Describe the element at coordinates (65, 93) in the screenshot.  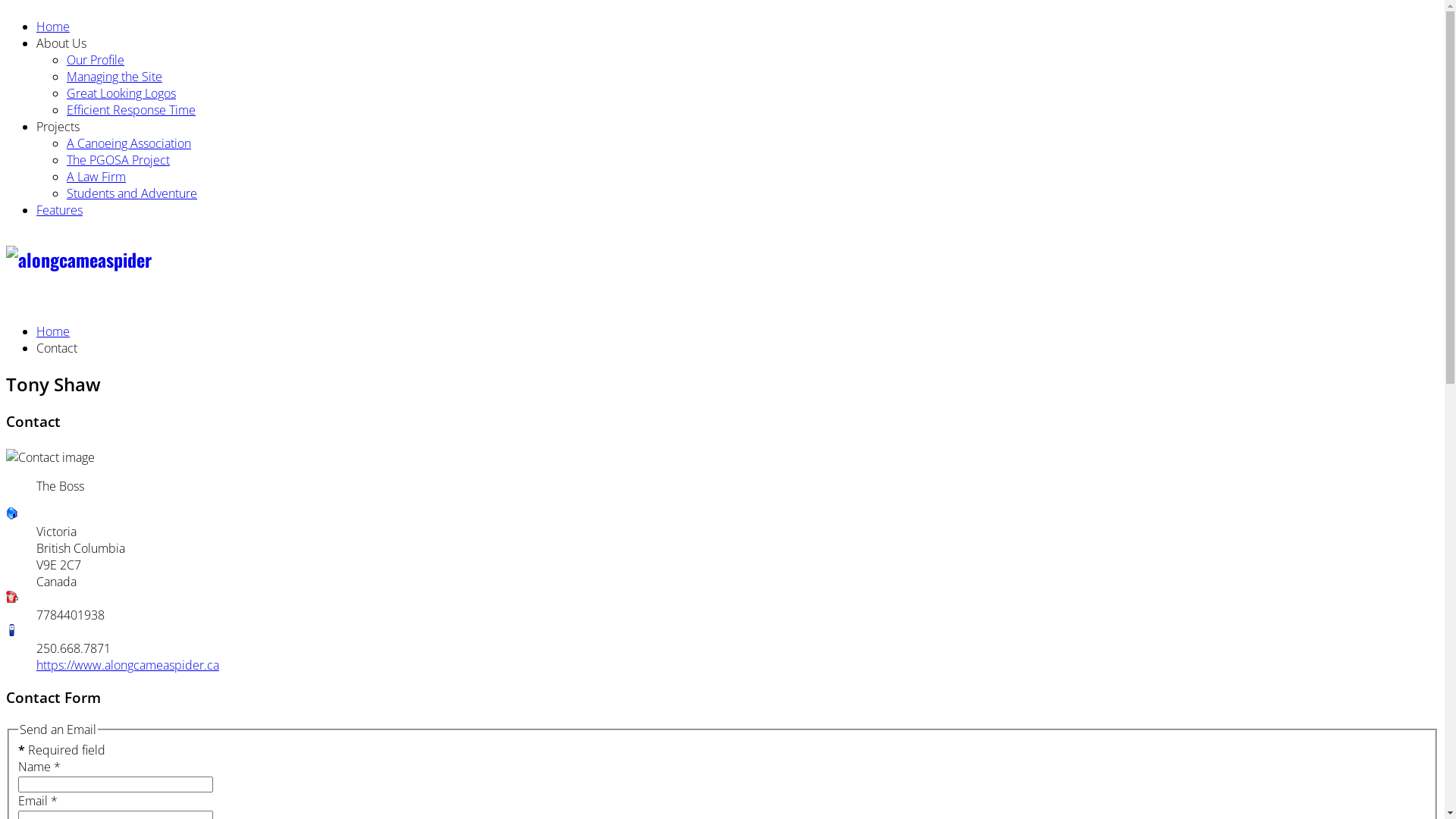
I see `'Great Looking Logos'` at that location.